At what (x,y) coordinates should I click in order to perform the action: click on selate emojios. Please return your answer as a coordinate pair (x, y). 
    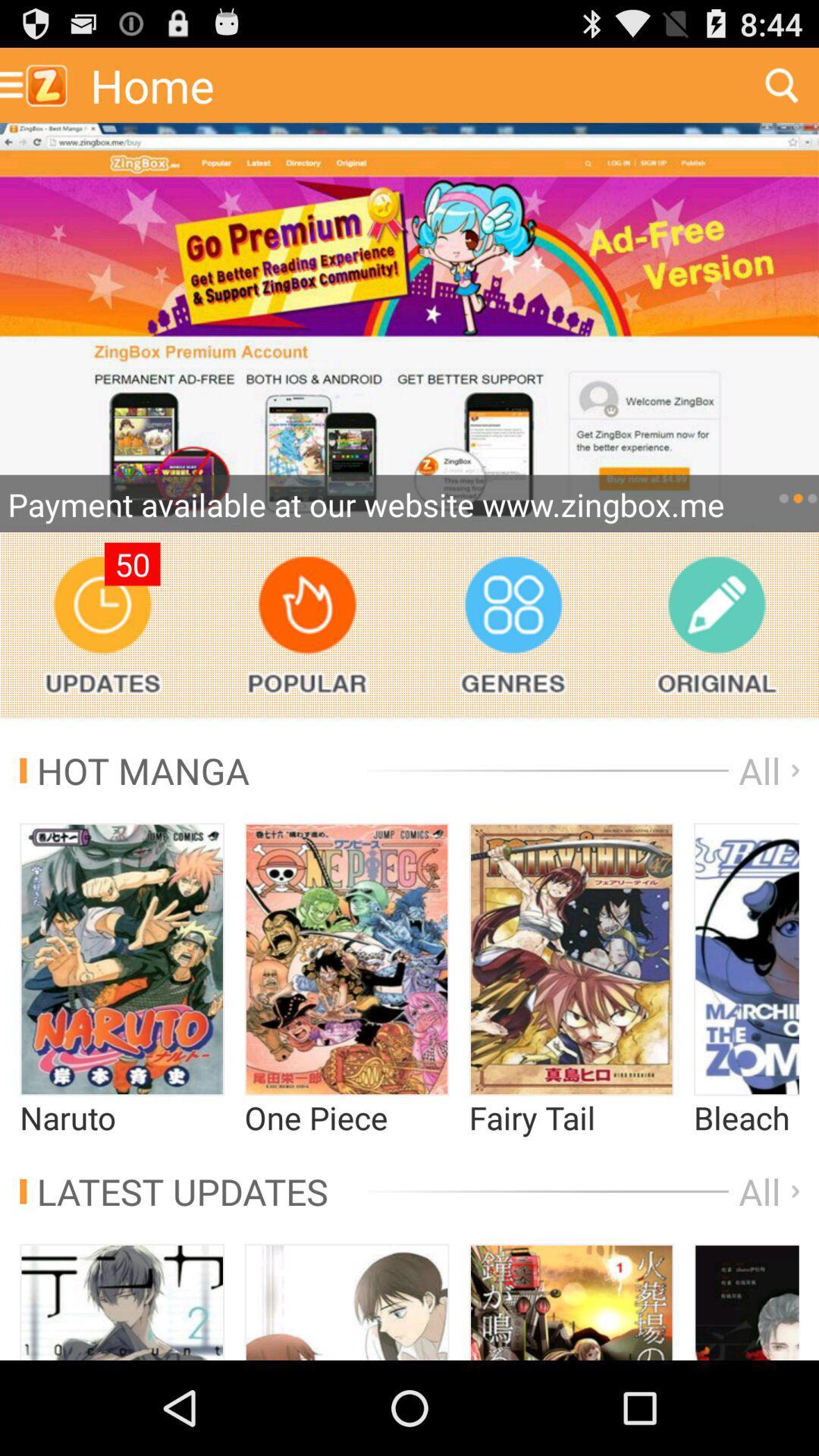
    Looking at the image, I should click on (347, 959).